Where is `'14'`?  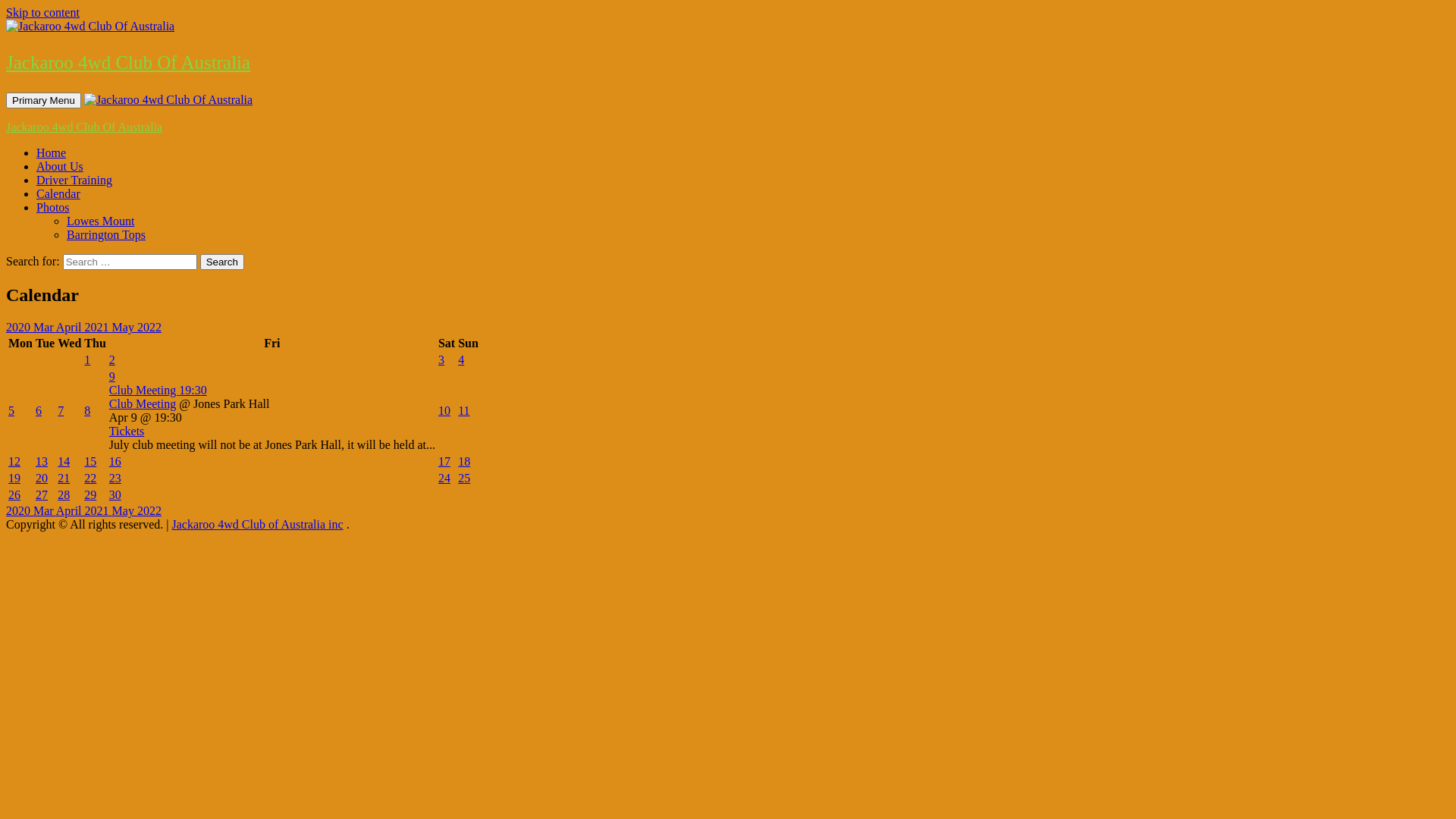
'14' is located at coordinates (58, 460).